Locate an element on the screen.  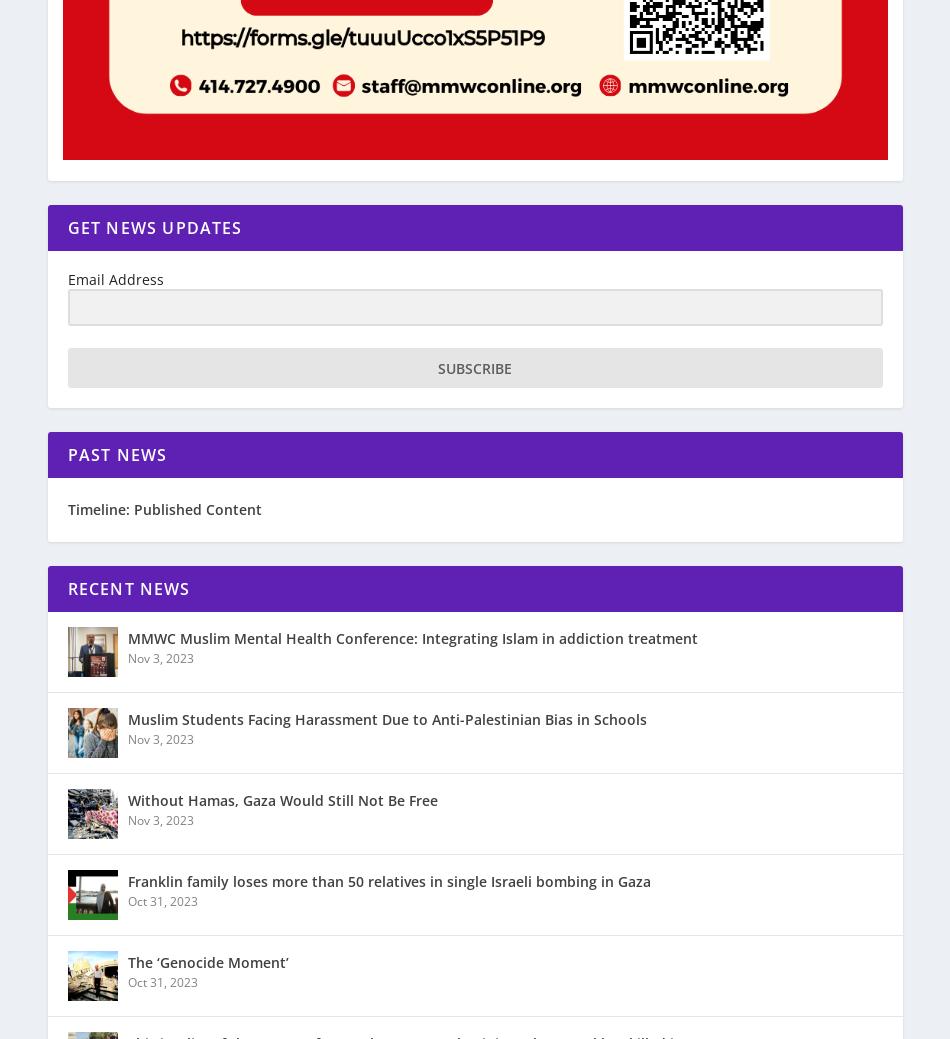
'Email Address' is located at coordinates (115, 278).